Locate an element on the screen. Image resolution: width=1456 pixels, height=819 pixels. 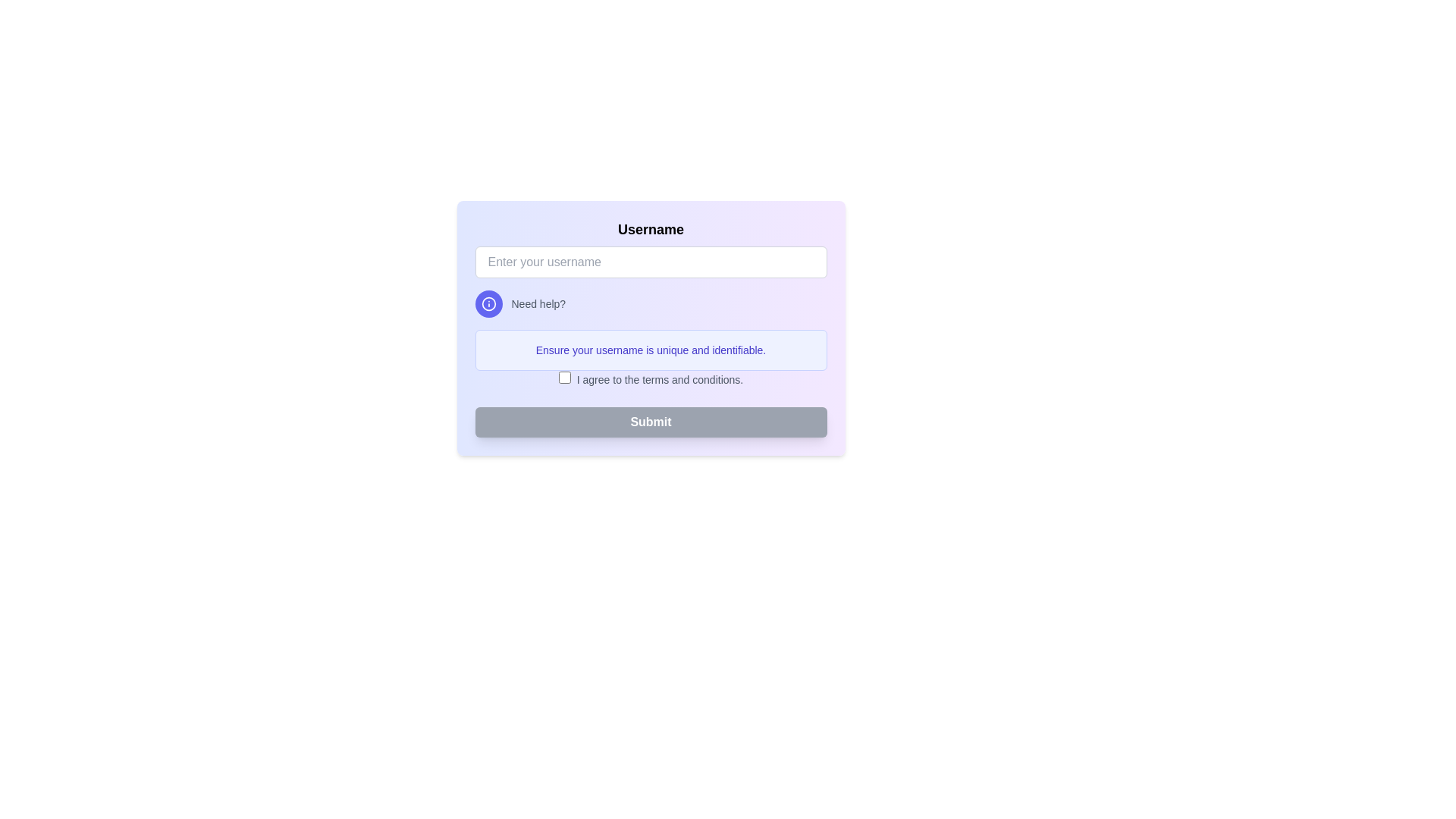
the circular outline component of the help icon located to the left of the 'Need help?' text is located at coordinates (488, 304).